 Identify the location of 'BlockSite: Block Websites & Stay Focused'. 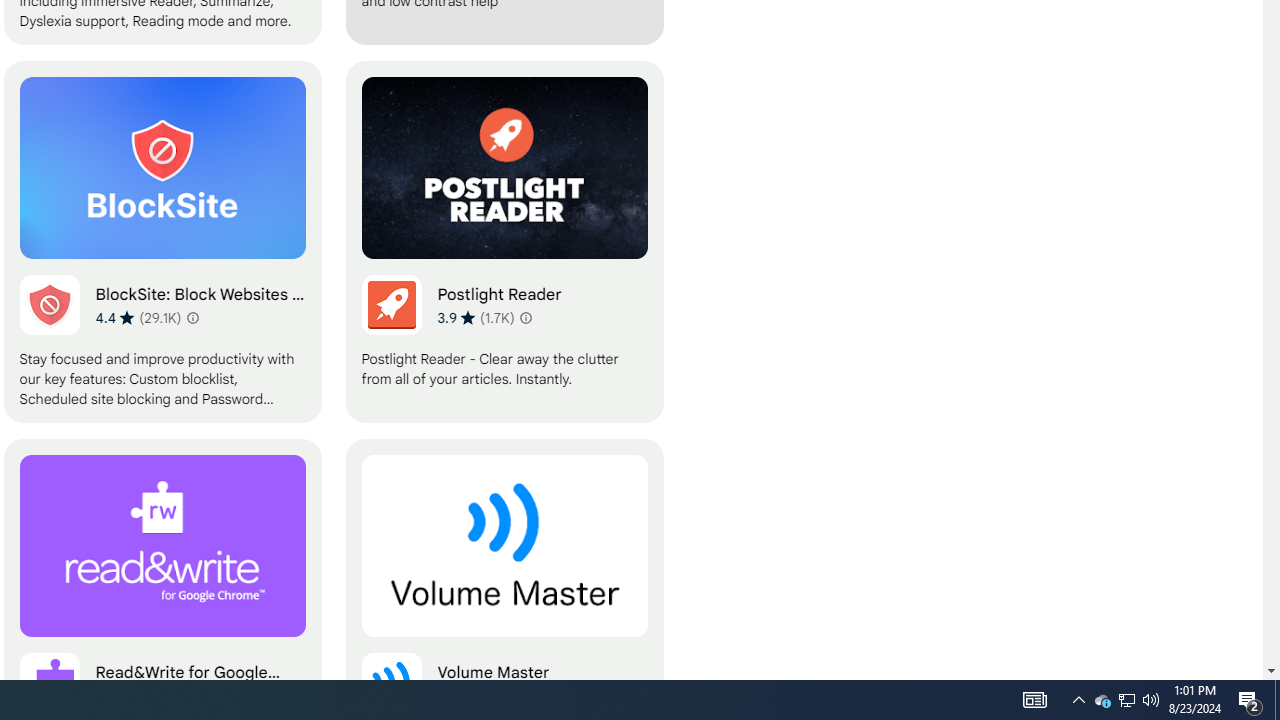
(162, 241).